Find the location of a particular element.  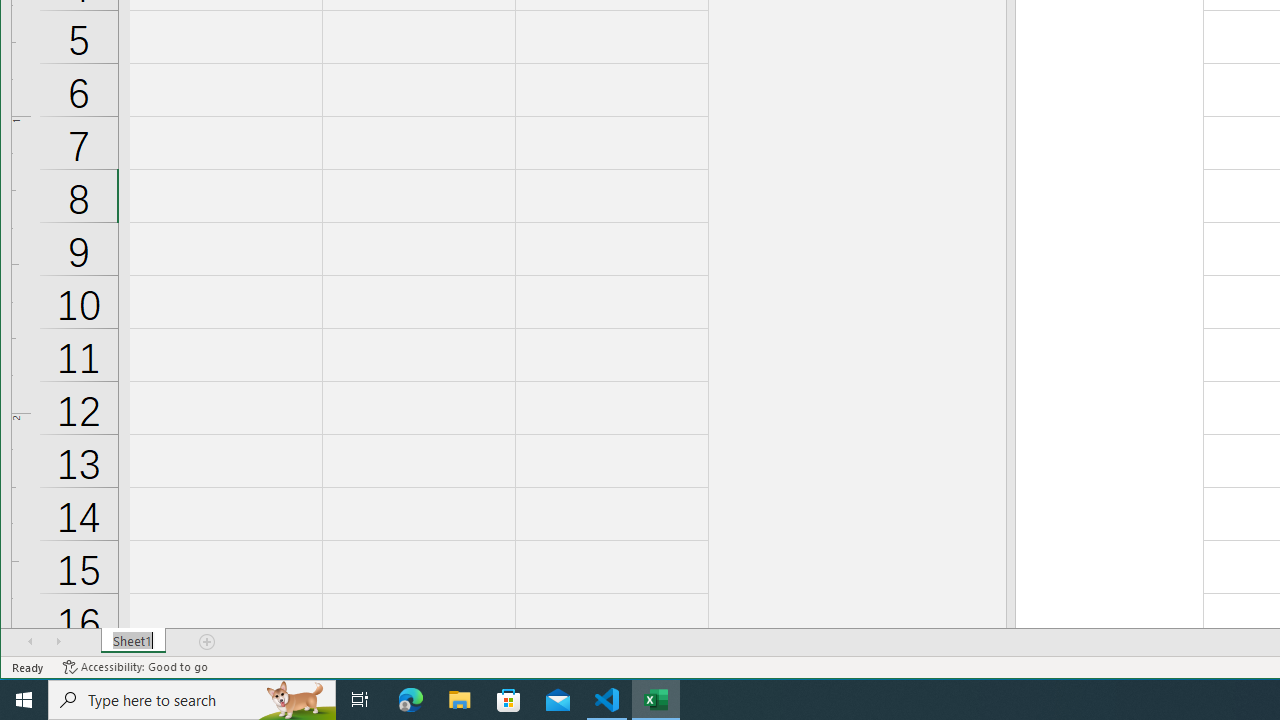

'Search highlights icon opens search home window' is located at coordinates (294, 698).